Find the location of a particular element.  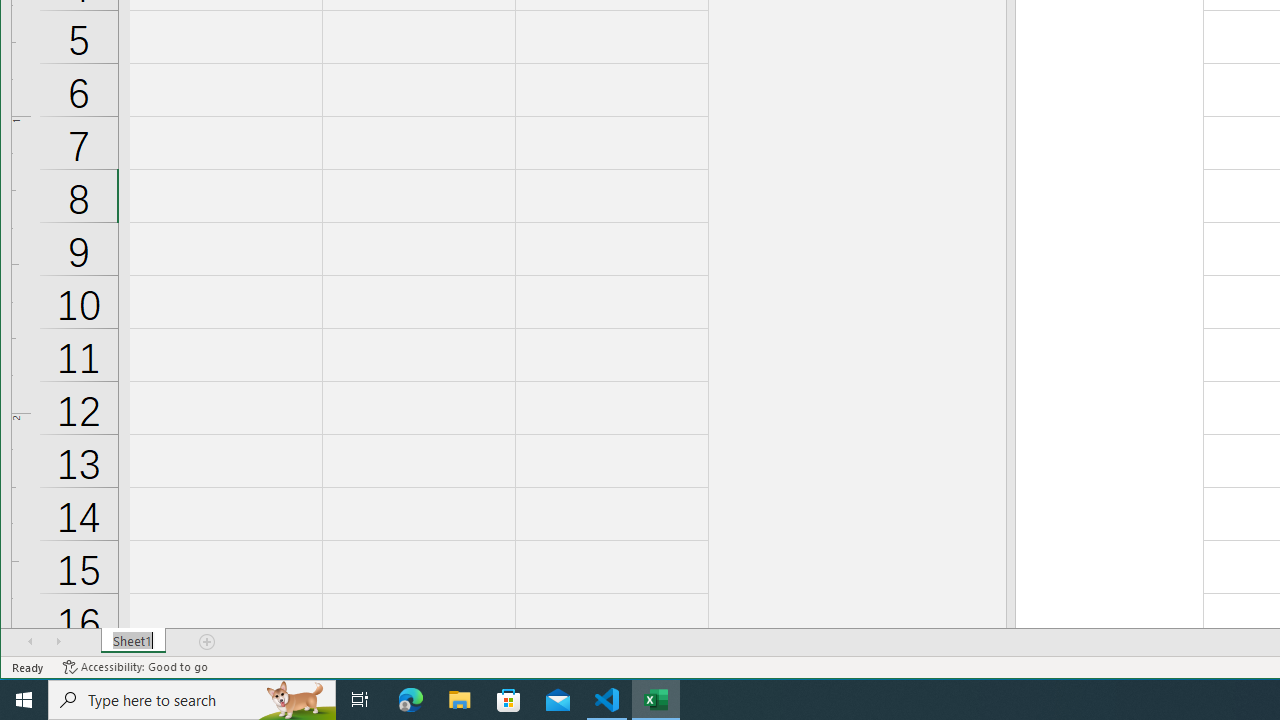

'Search highlights icon opens search home window' is located at coordinates (294, 698).